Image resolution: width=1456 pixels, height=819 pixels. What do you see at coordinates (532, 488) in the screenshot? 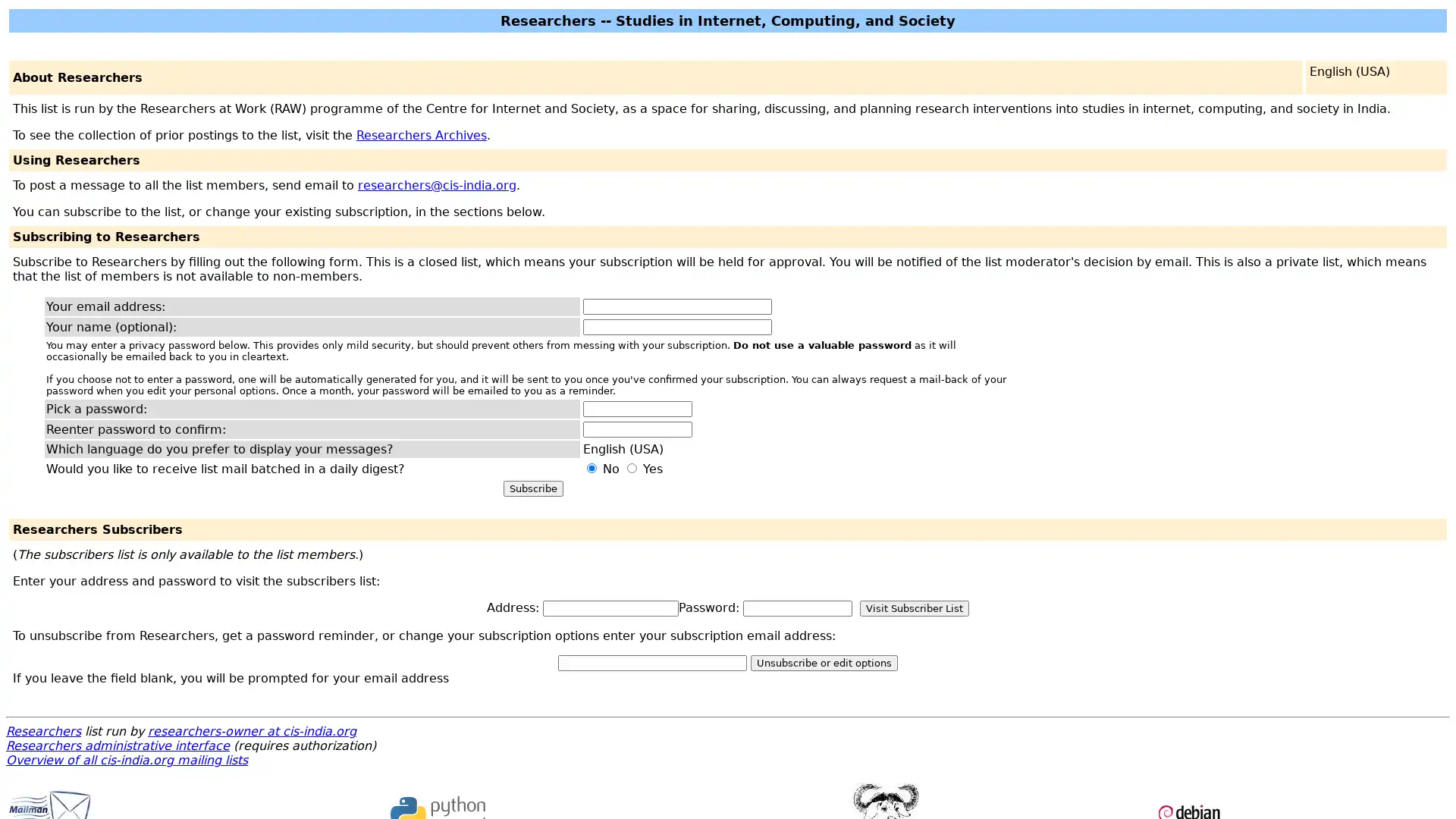
I see `Subscribe` at bounding box center [532, 488].